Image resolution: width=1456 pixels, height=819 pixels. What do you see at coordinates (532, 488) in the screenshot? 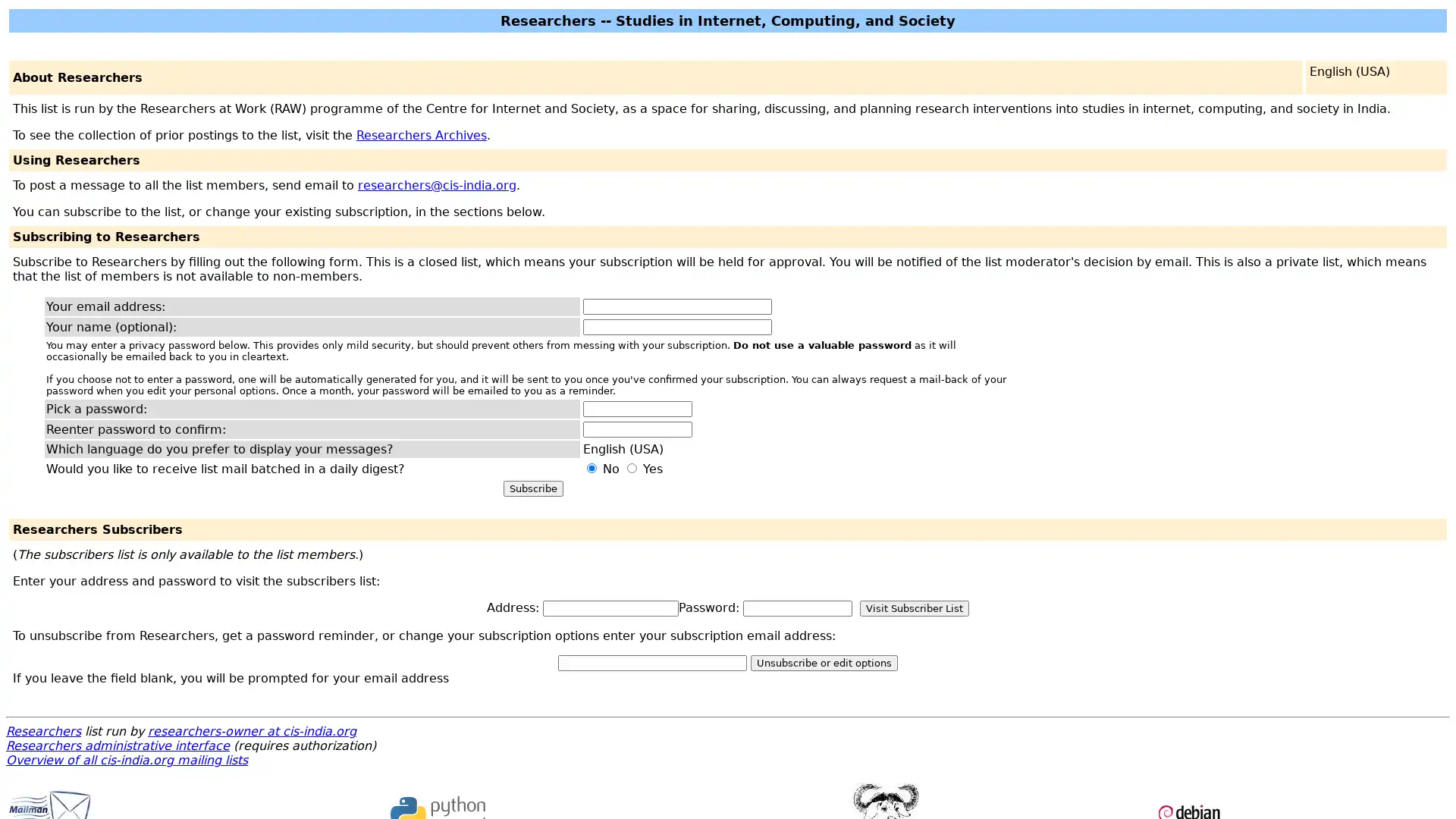
I see `Subscribe` at bounding box center [532, 488].